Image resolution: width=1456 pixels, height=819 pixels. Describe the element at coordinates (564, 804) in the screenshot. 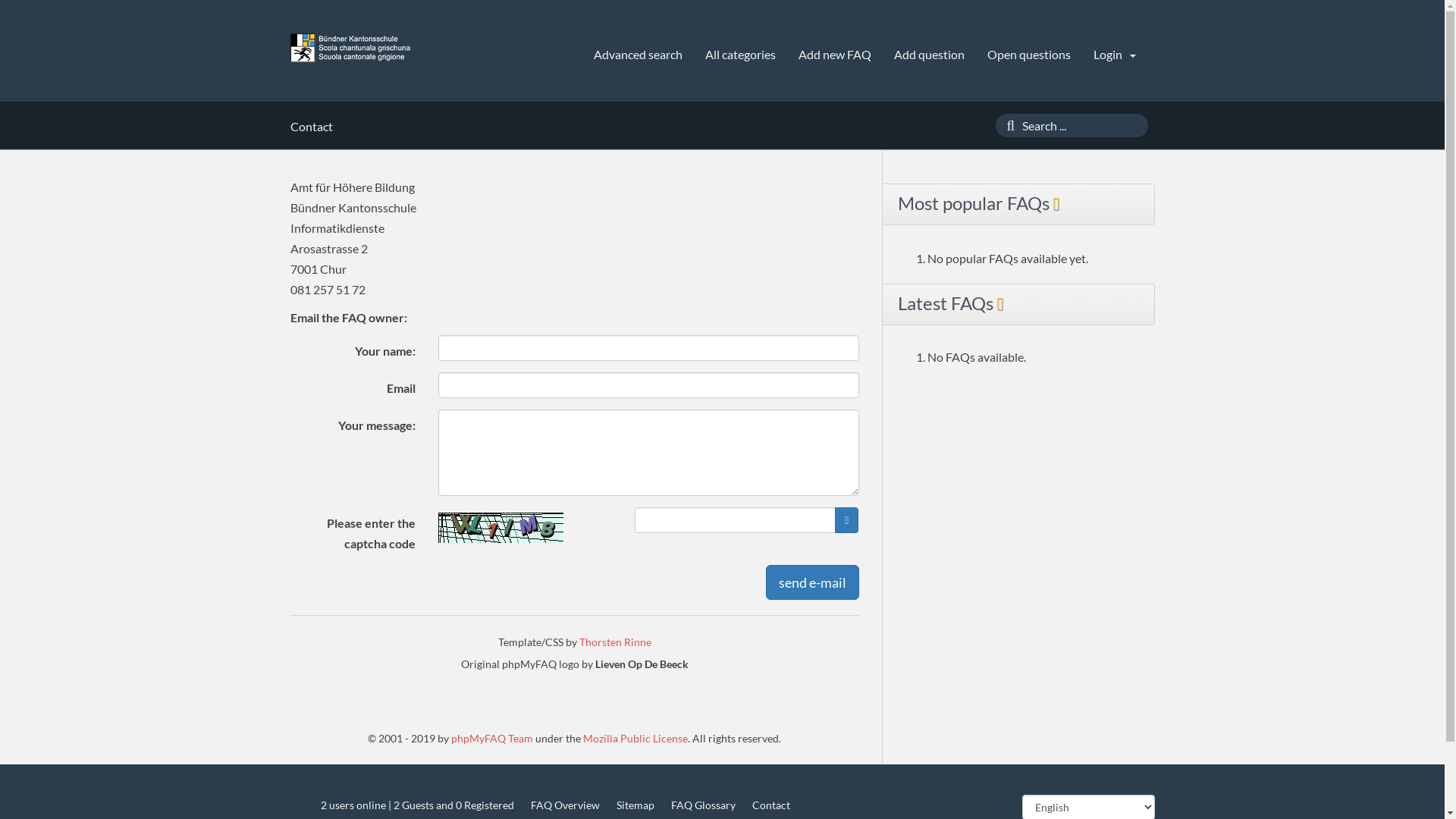

I see `'FAQ Overview'` at that location.